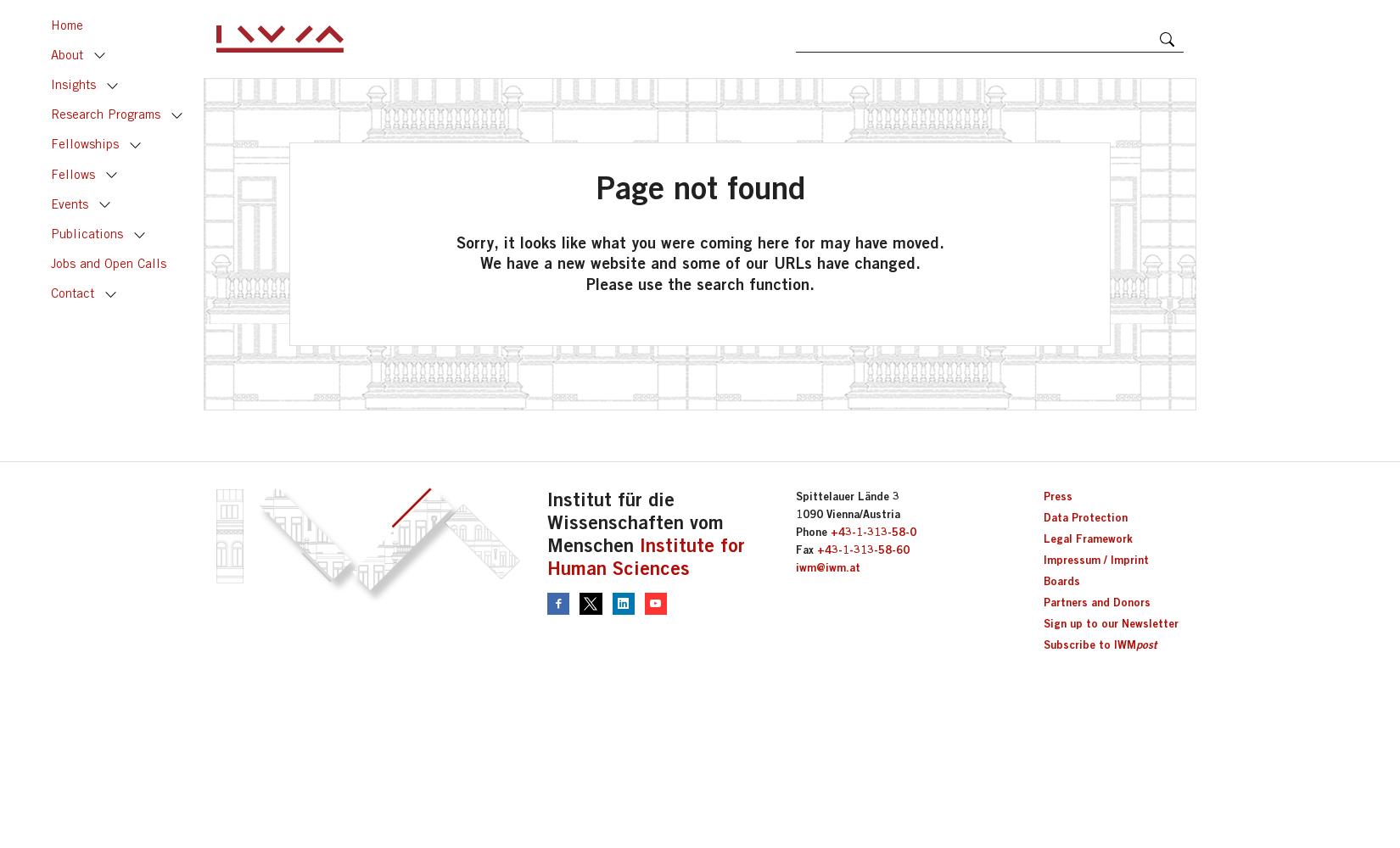 The image size is (1400, 848). What do you see at coordinates (805, 550) in the screenshot?
I see `'Fax'` at bounding box center [805, 550].